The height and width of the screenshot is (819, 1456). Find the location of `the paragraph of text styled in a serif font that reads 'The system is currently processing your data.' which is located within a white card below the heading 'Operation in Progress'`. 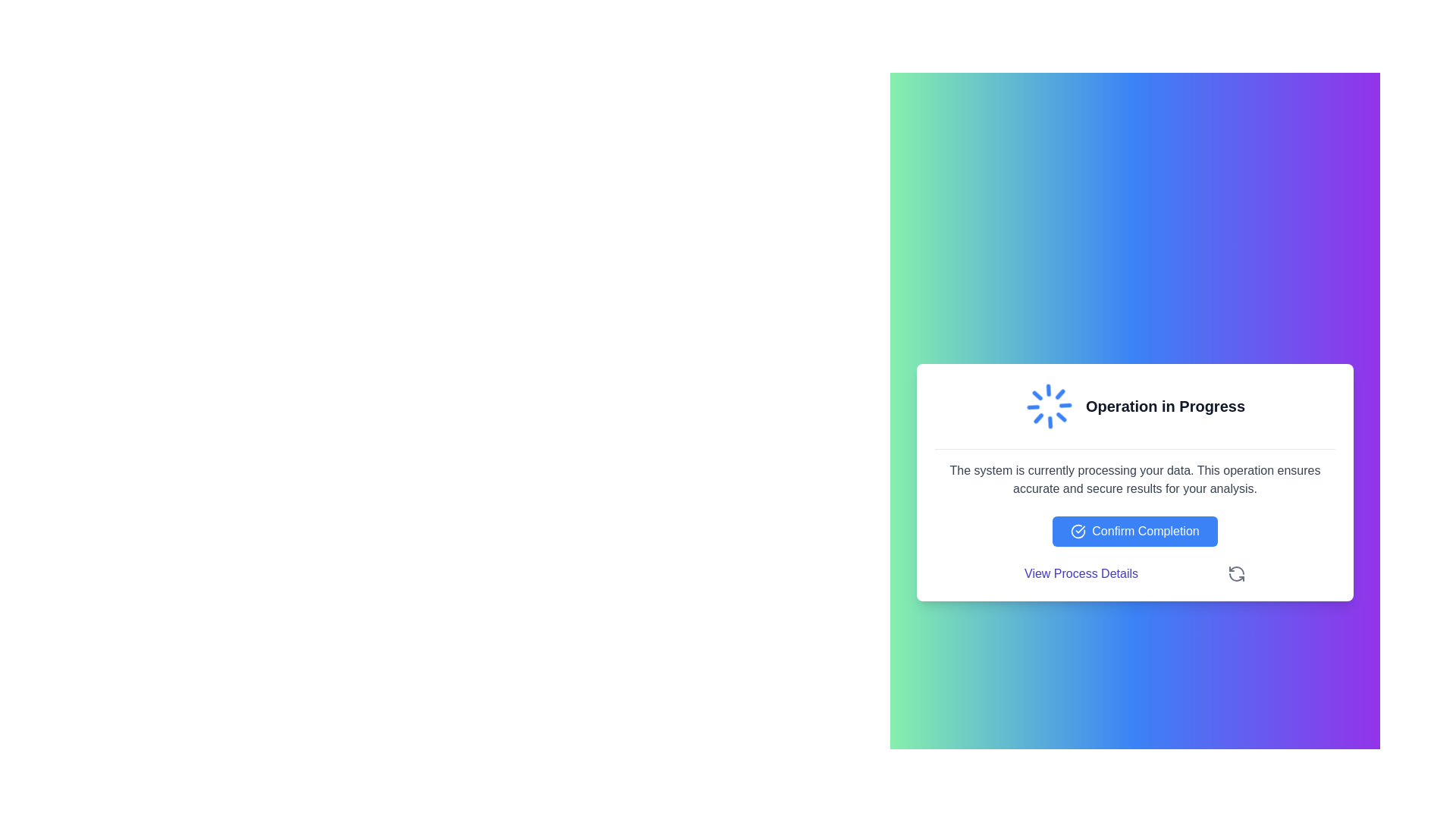

the paragraph of text styled in a serif font that reads 'The system is currently processing your data.' which is located within a white card below the heading 'Operation in Progress' is located at coordinates (1135, 472).